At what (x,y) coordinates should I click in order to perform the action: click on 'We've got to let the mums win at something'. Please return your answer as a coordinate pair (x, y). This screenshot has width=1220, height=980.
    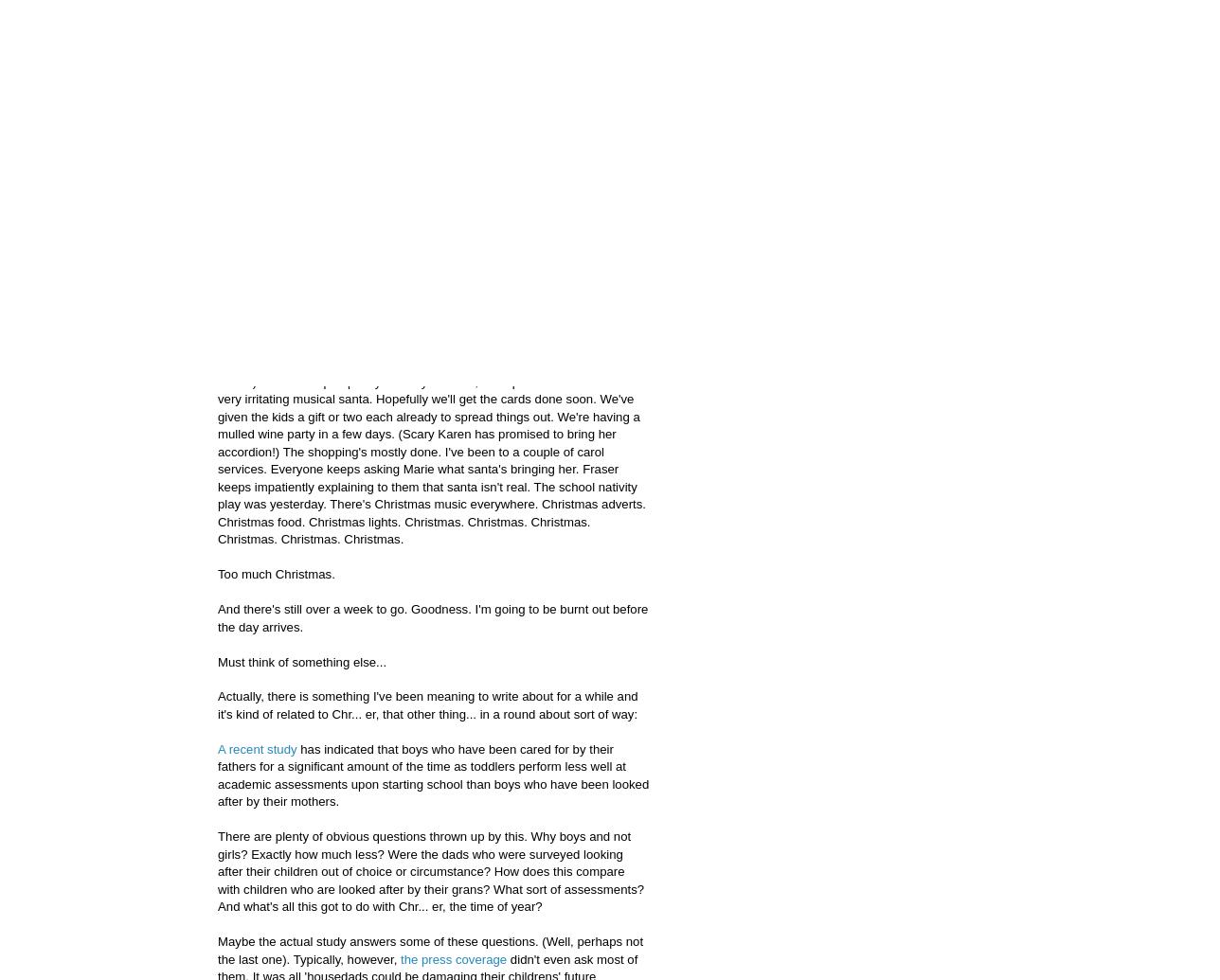
    Looking at the image, I should click on (218, 240).